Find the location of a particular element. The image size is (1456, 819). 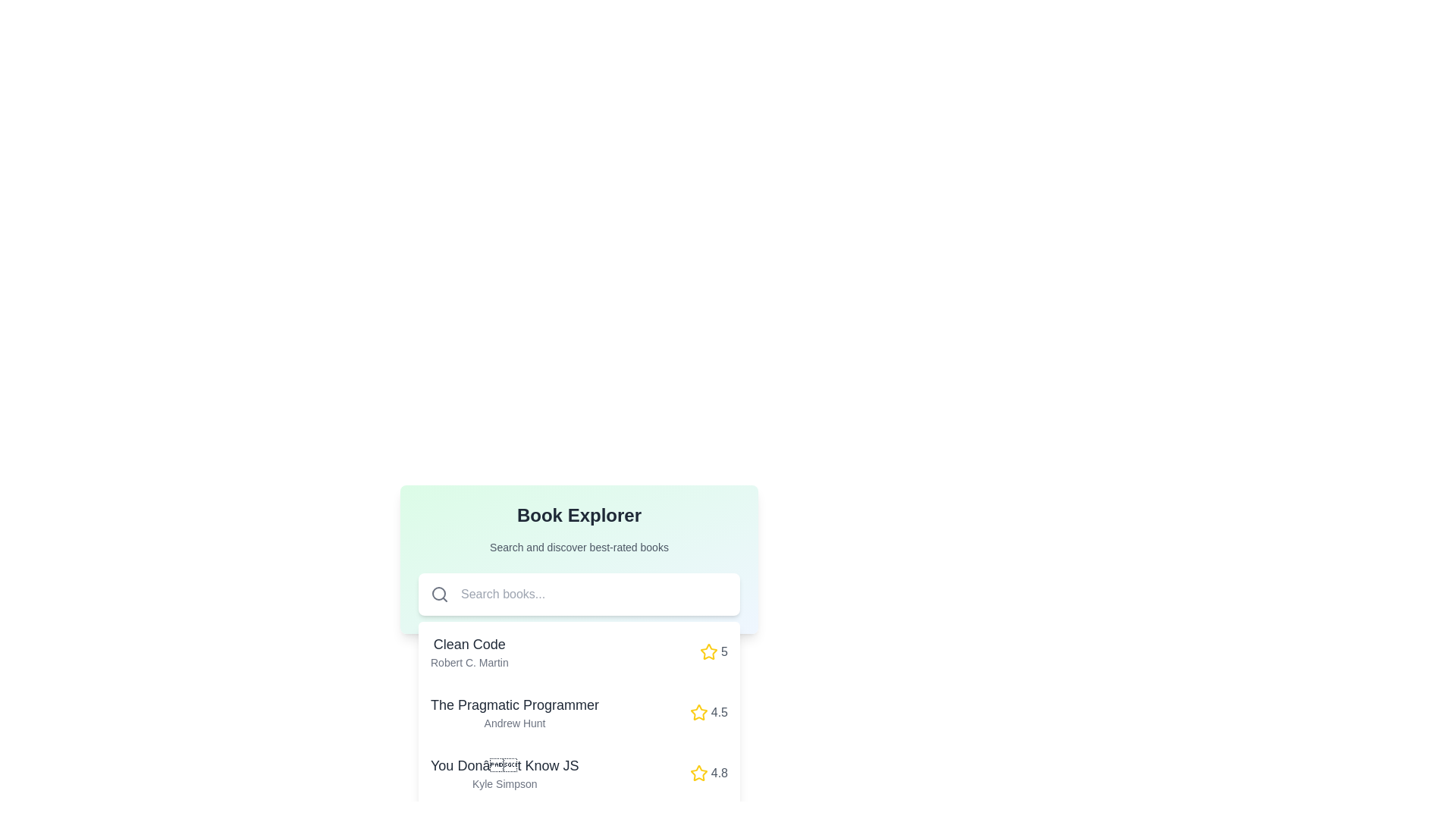

the third yellow star-shaped Rating Icon located to the right of the text 'You Don't Know JS' is located at coordinates (698, 773).